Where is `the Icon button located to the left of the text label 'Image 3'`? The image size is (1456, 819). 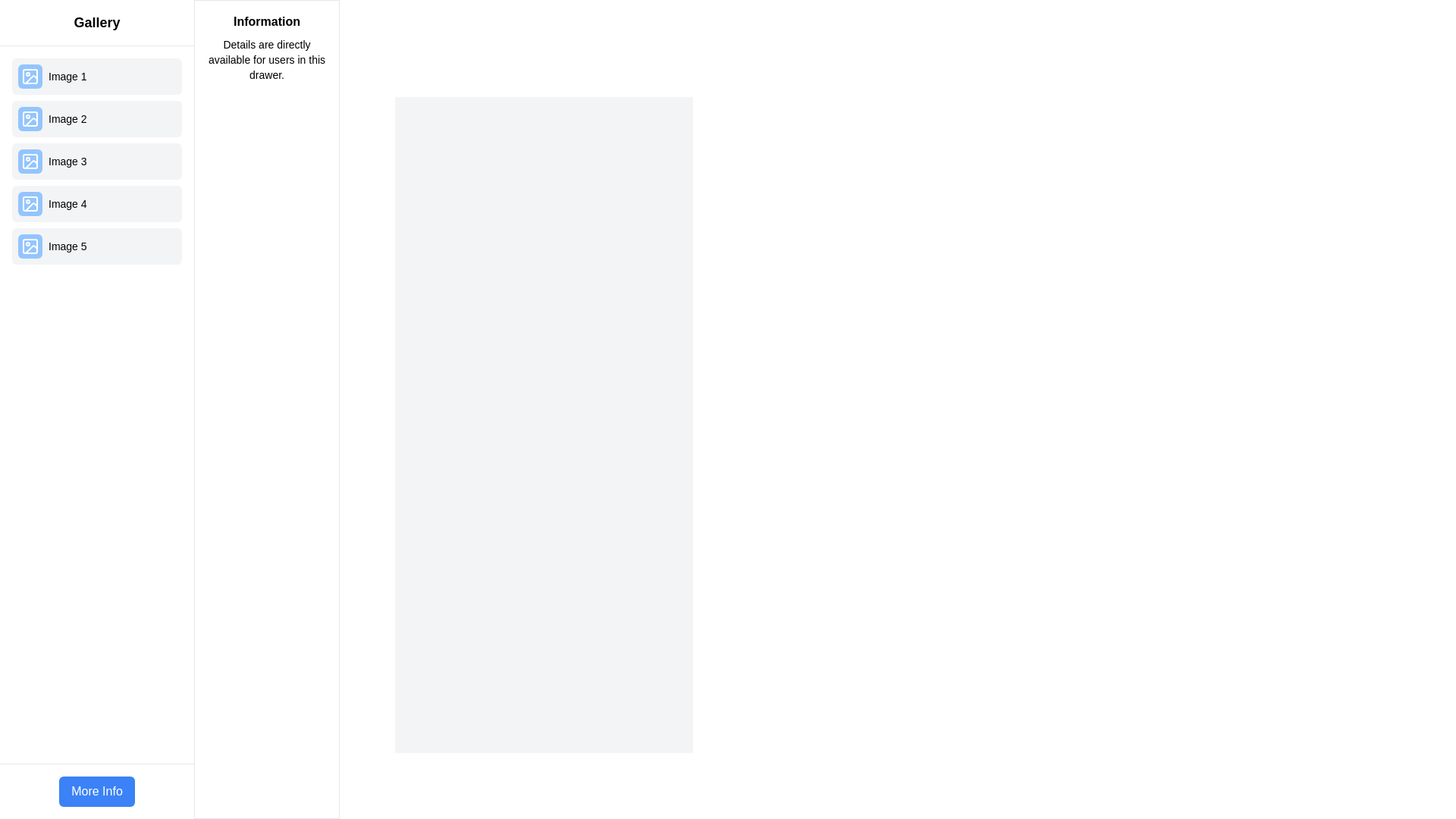
the Icon button located to the left of the text label 'Image 3' is located at coordinates (30, 161).